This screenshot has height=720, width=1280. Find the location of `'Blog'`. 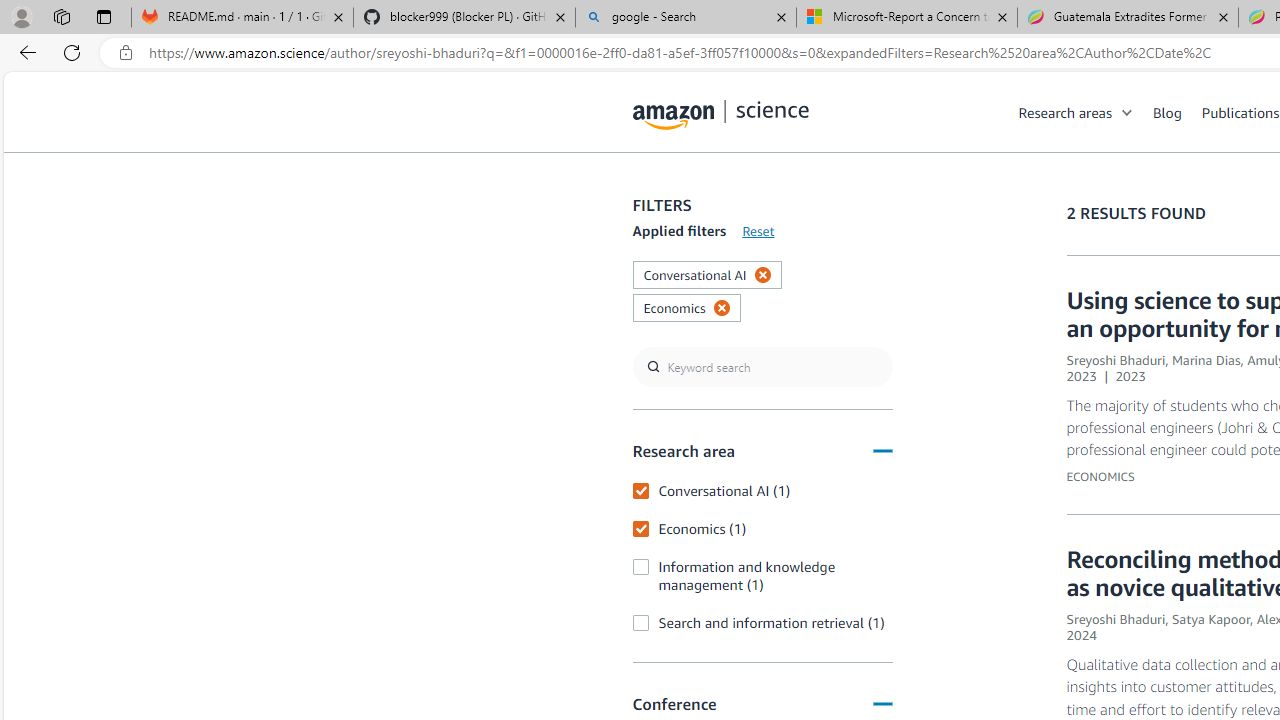

'Blog' is located at coordinates (1167, 111).